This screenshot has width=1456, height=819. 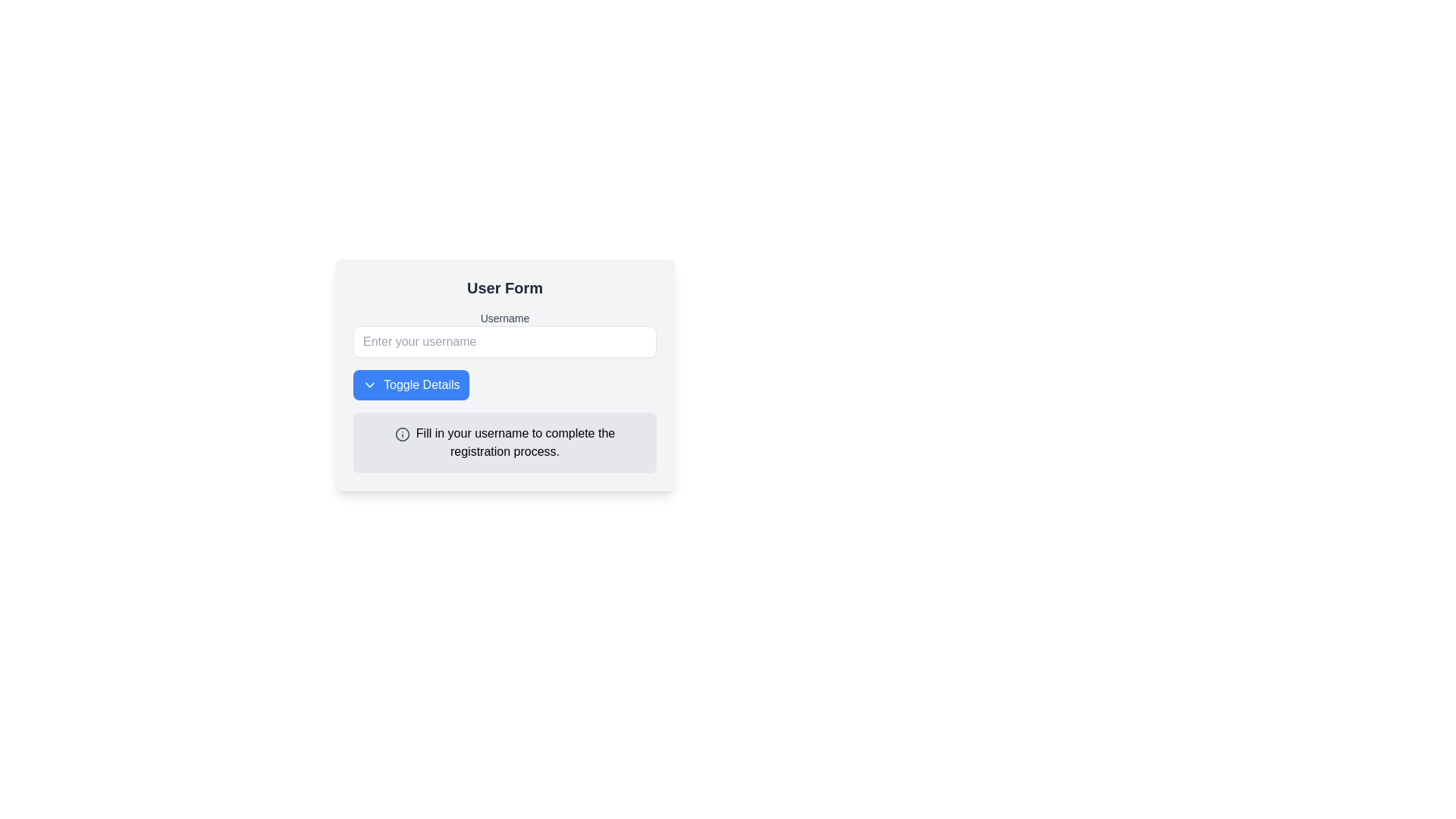 I want to click on SVG Circle element with a gray stroke, located adjacent to the username prompt in the bottom area of the user form, so click(x=402, y=434).